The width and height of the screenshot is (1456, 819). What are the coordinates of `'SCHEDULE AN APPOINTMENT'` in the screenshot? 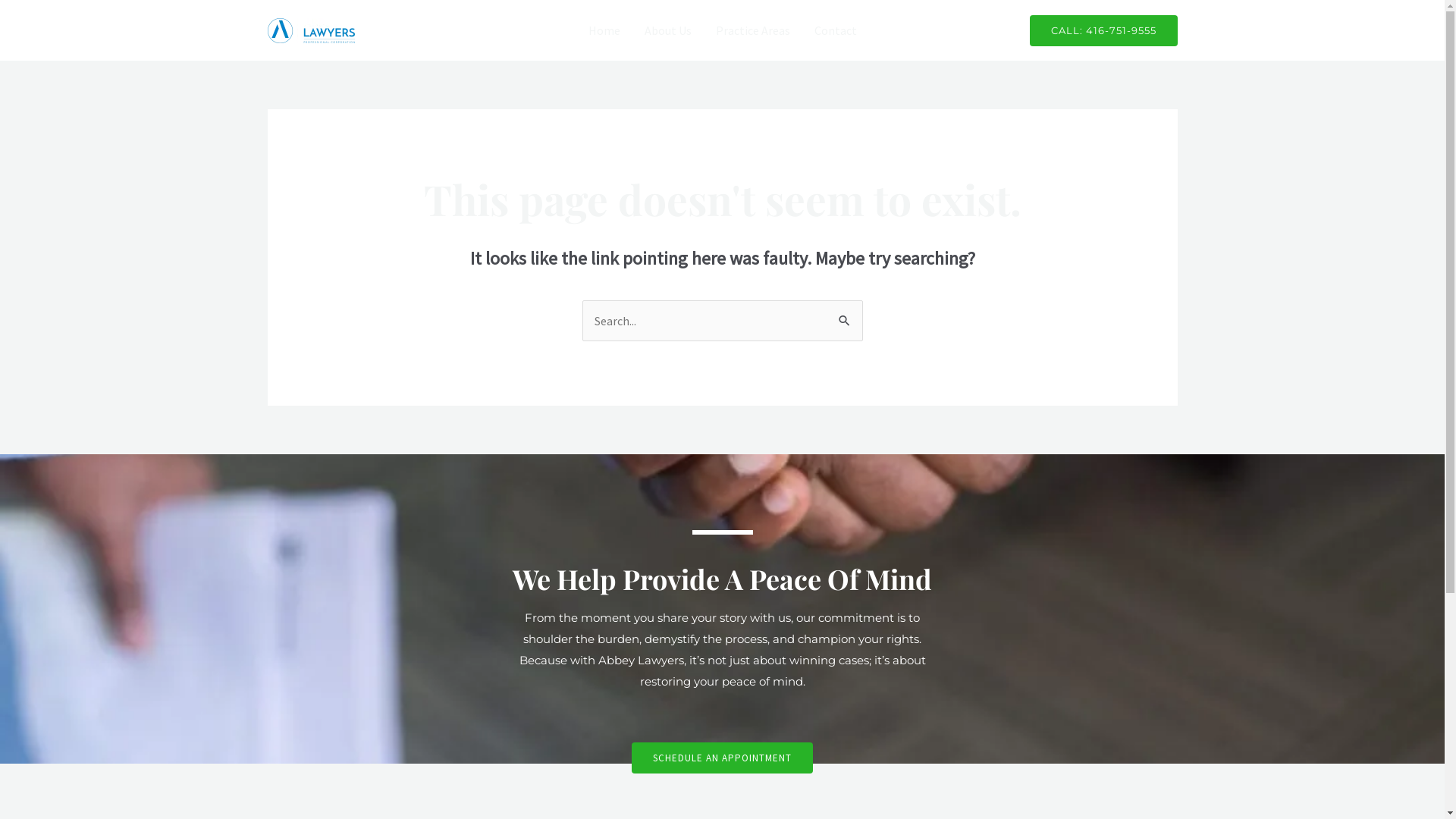 It's located at (721, 758).